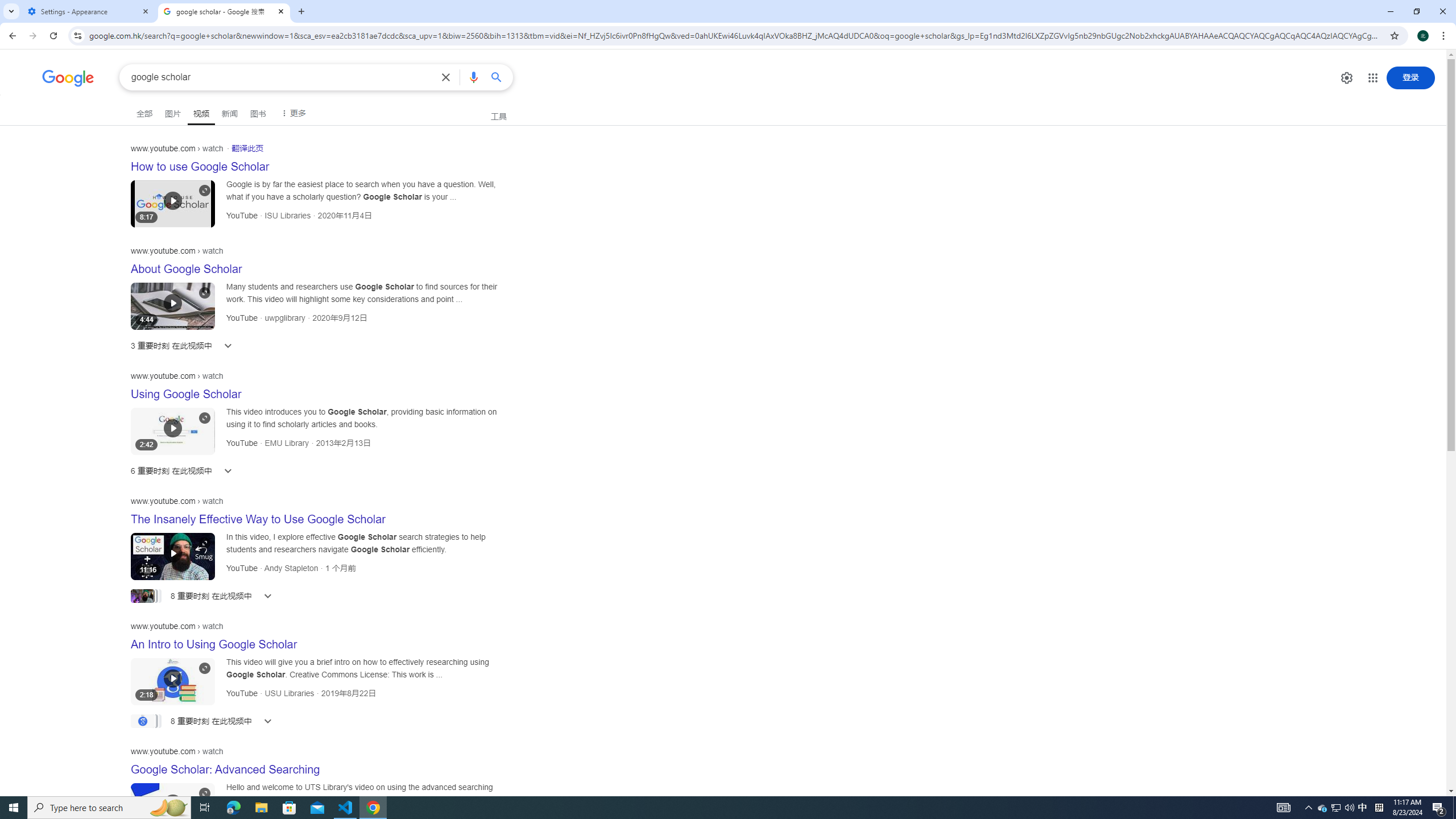 This screenshot has width=1456, height=819. I want to click on 'Google', so click(68, 78).